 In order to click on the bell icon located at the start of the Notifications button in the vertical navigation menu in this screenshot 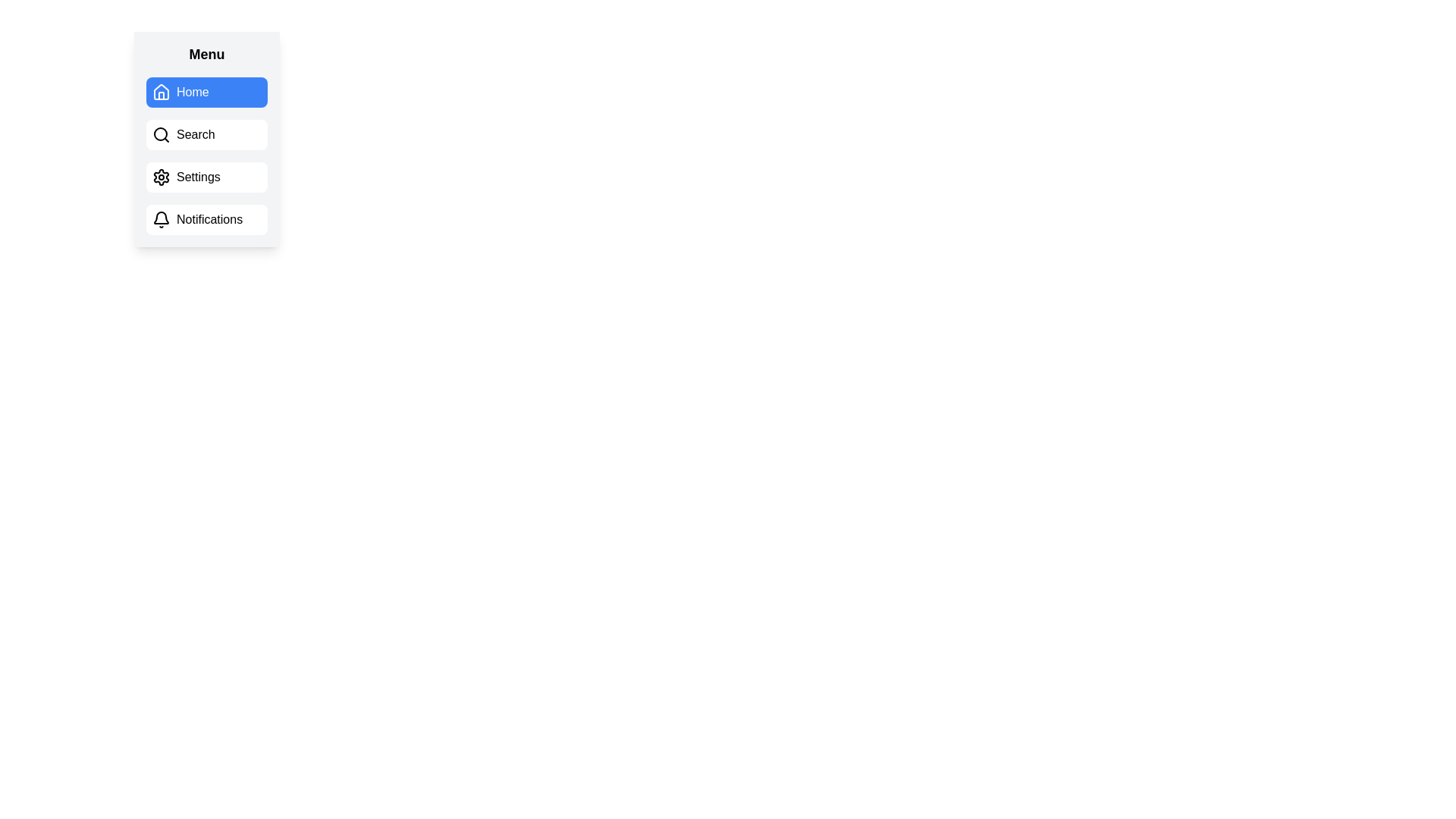, I will do `click(161, 219)`.